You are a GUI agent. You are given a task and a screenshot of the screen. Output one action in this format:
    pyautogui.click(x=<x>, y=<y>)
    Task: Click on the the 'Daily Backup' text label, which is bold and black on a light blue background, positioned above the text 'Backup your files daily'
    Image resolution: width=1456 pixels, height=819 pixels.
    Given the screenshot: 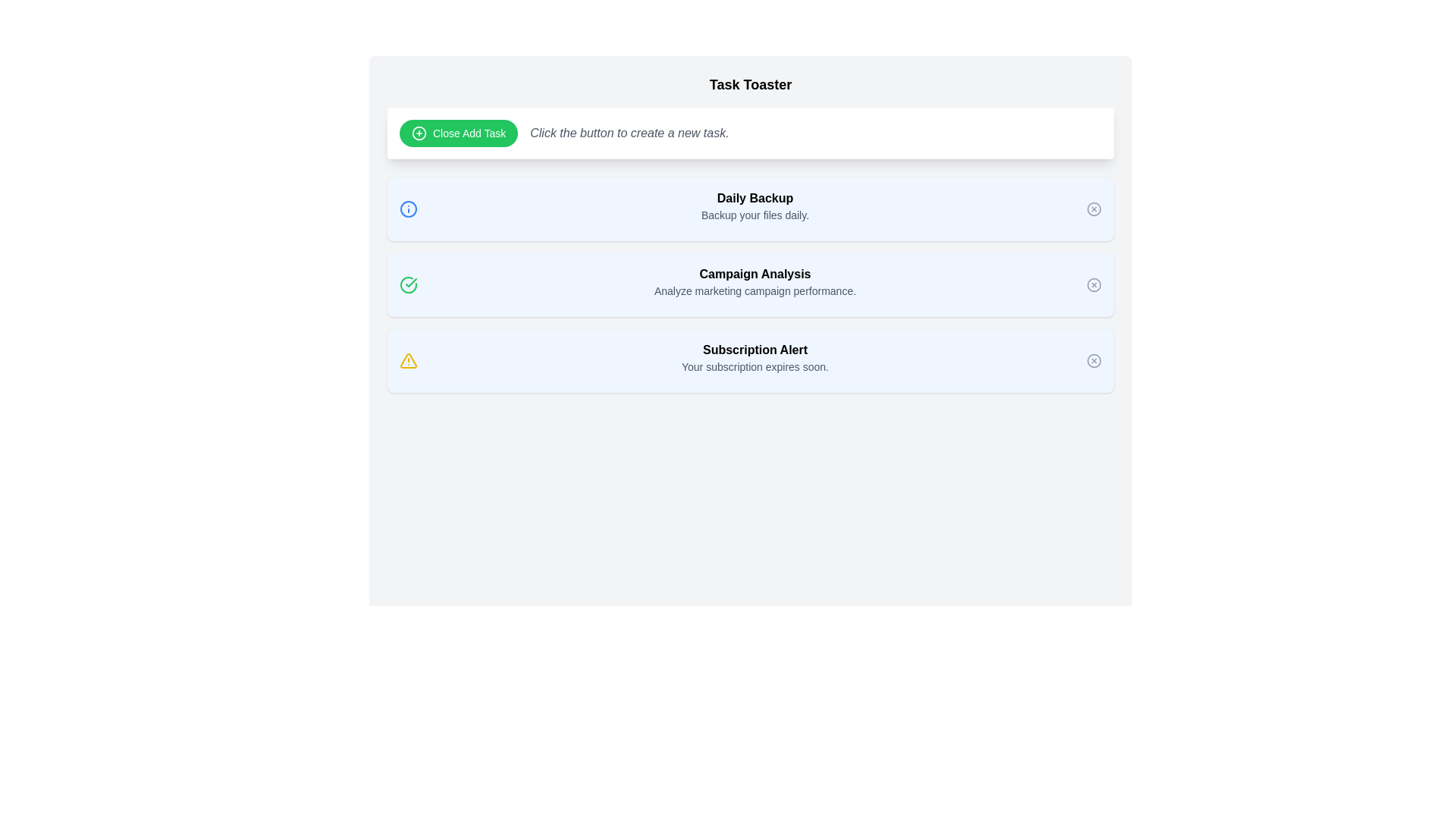 What is the action you would take?
    pyautogui.click(x=755, y=198)
    